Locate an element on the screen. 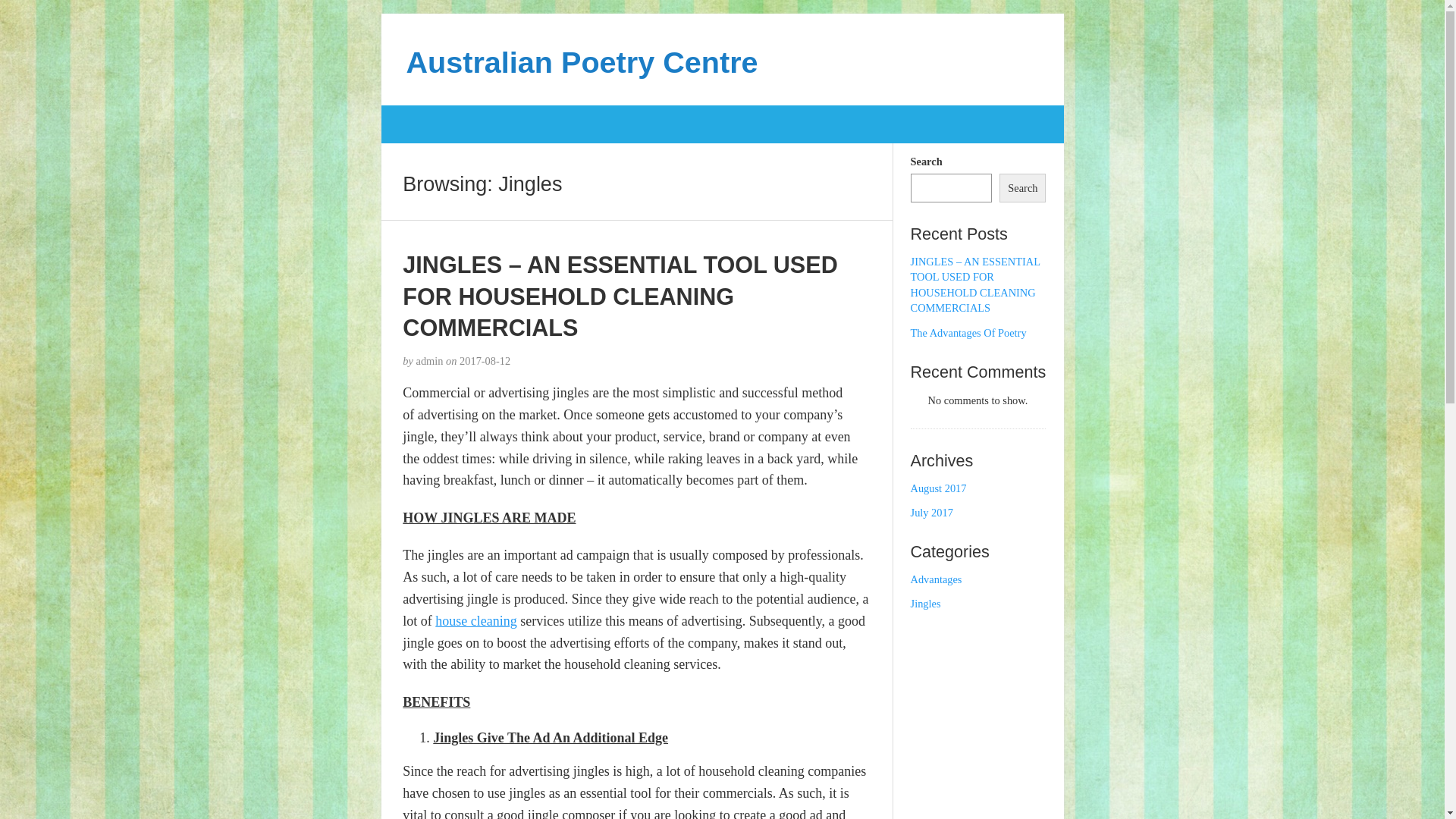 The width and height of the screenshot is (1456, 819). 'July 2017' is located at coordinates (930, 512).